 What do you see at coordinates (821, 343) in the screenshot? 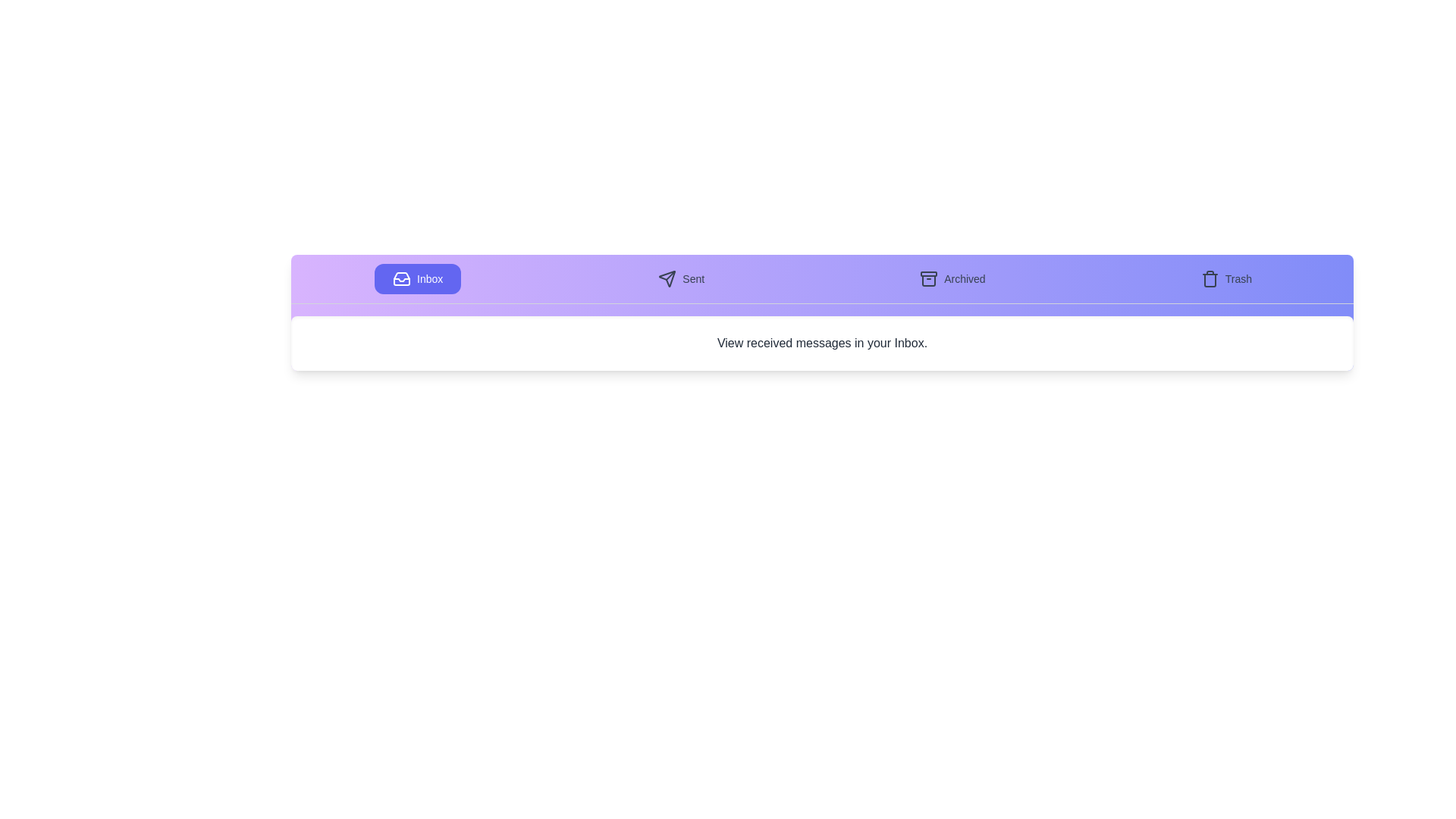
I see `the content displayed in the active tab` at bounding box center [821, 343].